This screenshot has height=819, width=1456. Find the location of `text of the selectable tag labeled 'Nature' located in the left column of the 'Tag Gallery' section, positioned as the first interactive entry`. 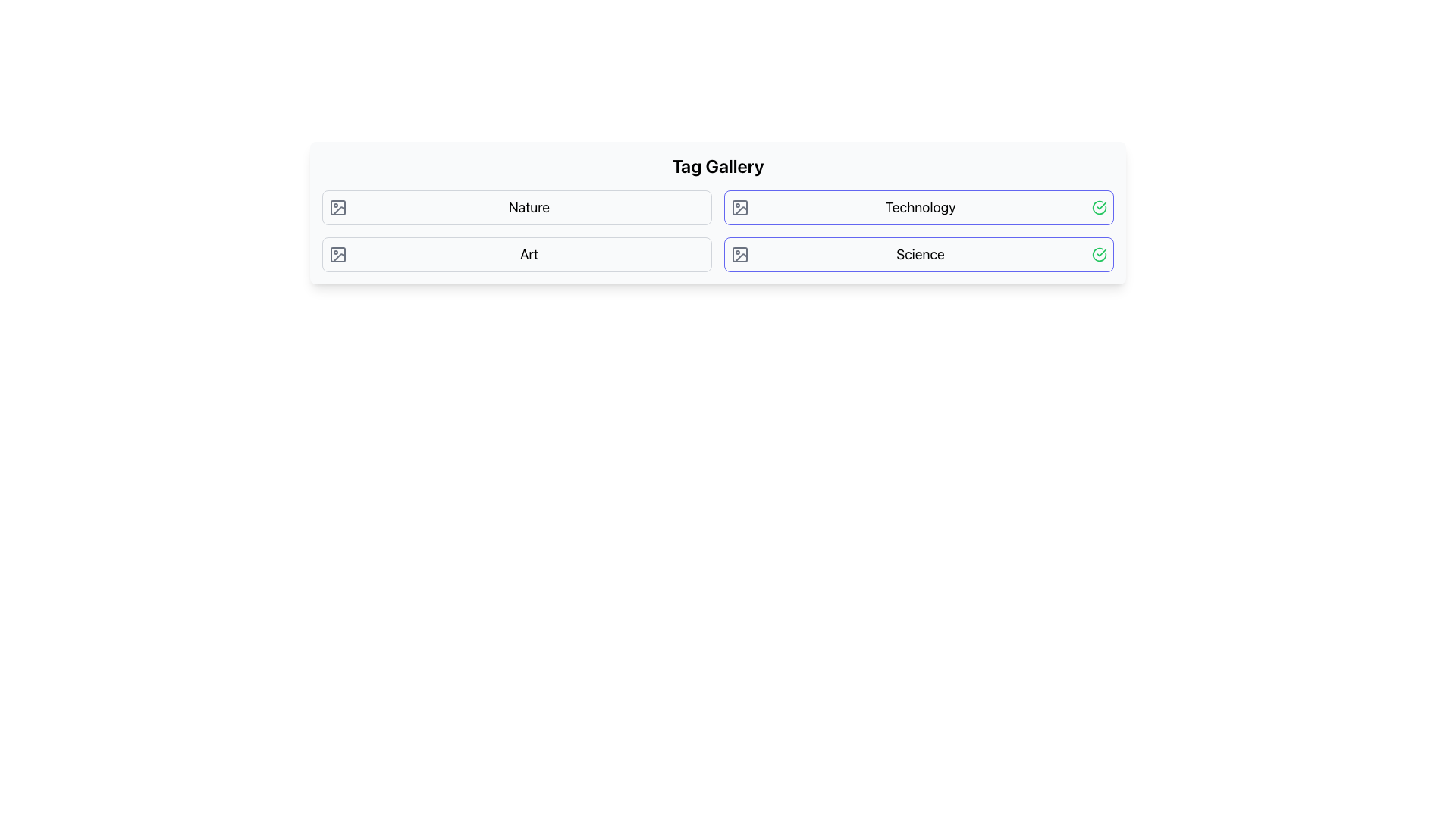

text of the selectable tag labeled 'Nature' located in the left column of the 'Tag Gallery' section, positioned as the first interactive entry is located at coordinates (529, 207).